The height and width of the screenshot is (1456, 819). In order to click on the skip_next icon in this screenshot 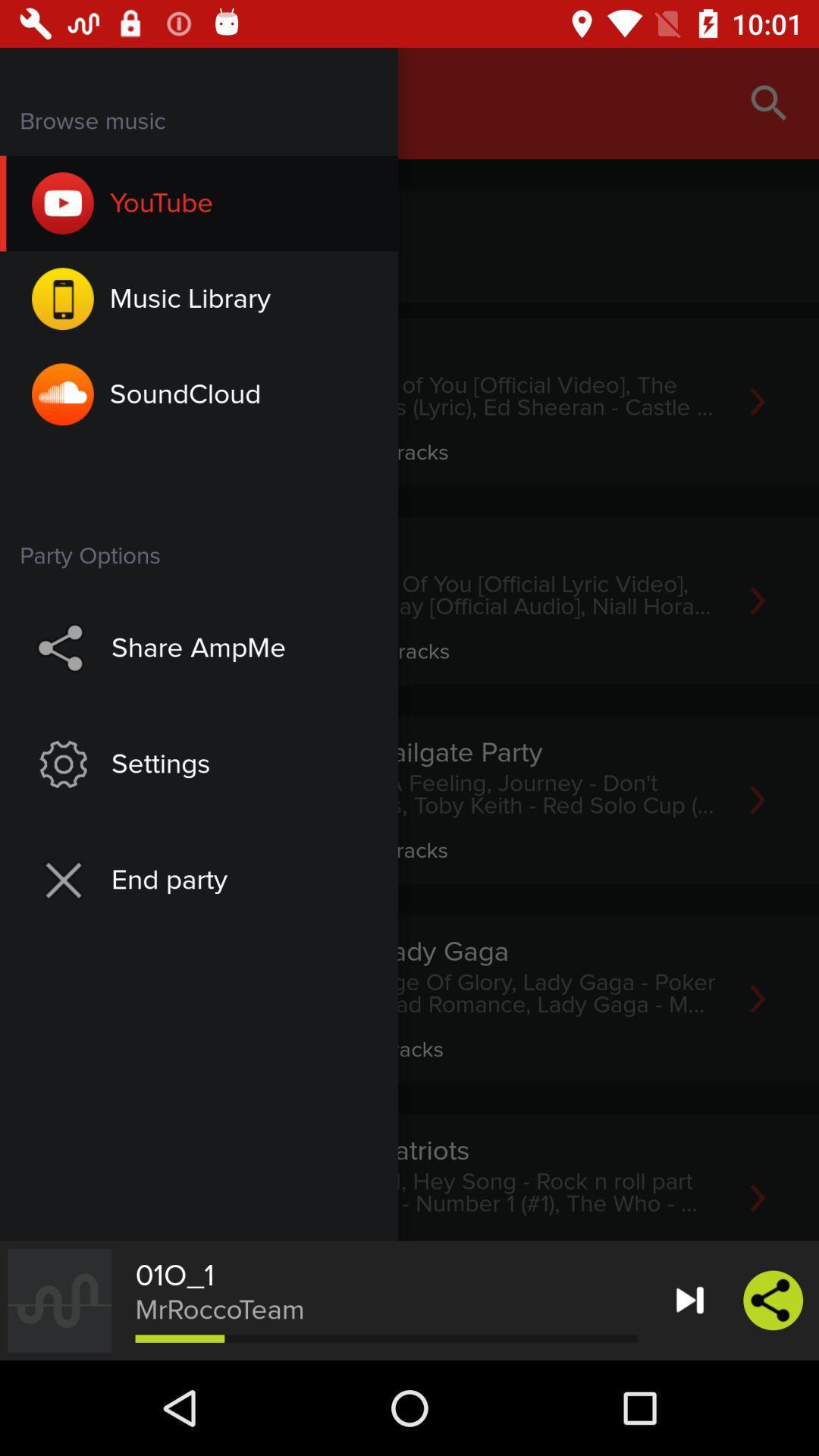, I will do `click(690, 1299)`.